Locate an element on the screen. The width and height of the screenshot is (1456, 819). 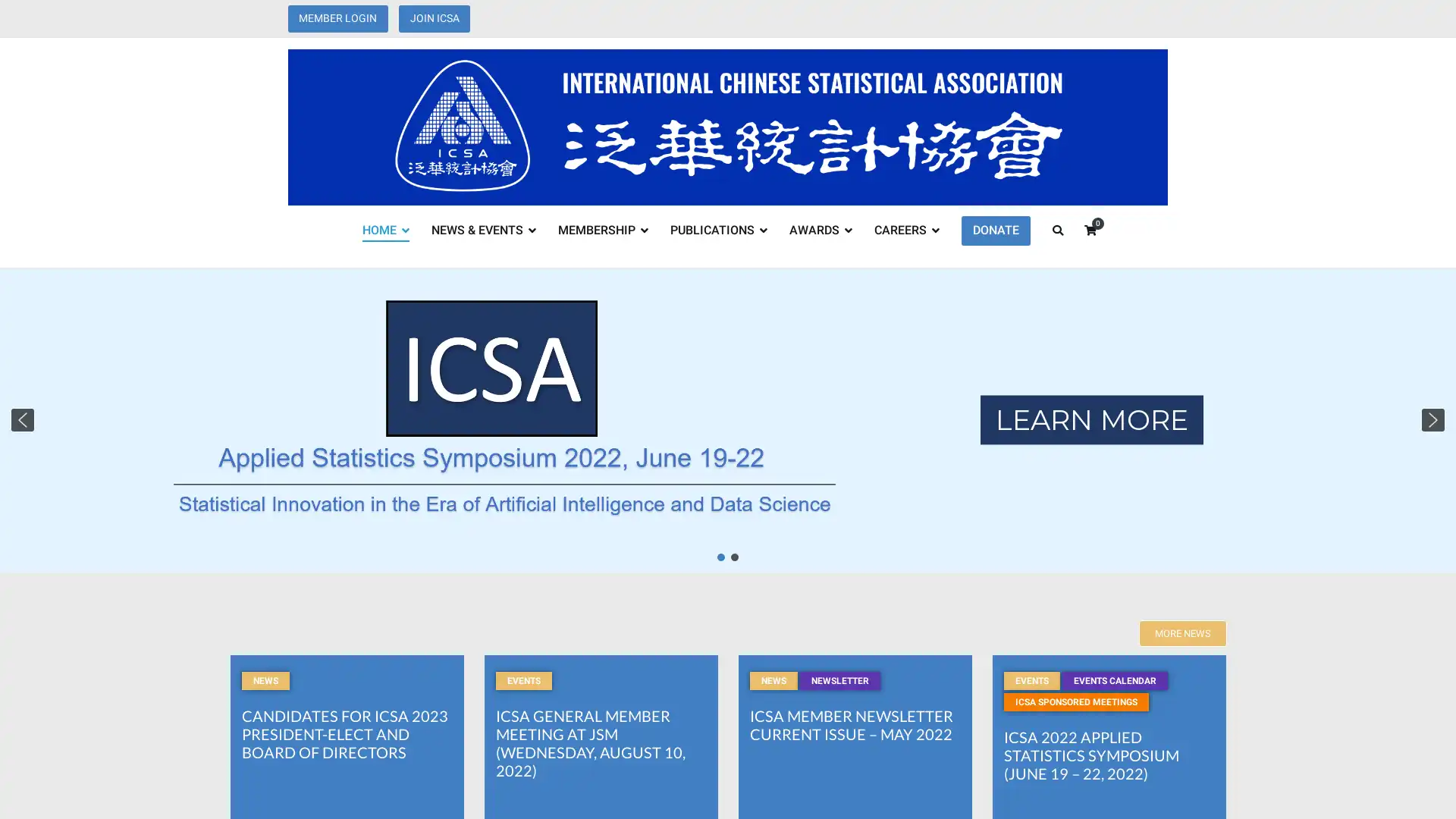
next arrow is located at coordinates (1432, 419).